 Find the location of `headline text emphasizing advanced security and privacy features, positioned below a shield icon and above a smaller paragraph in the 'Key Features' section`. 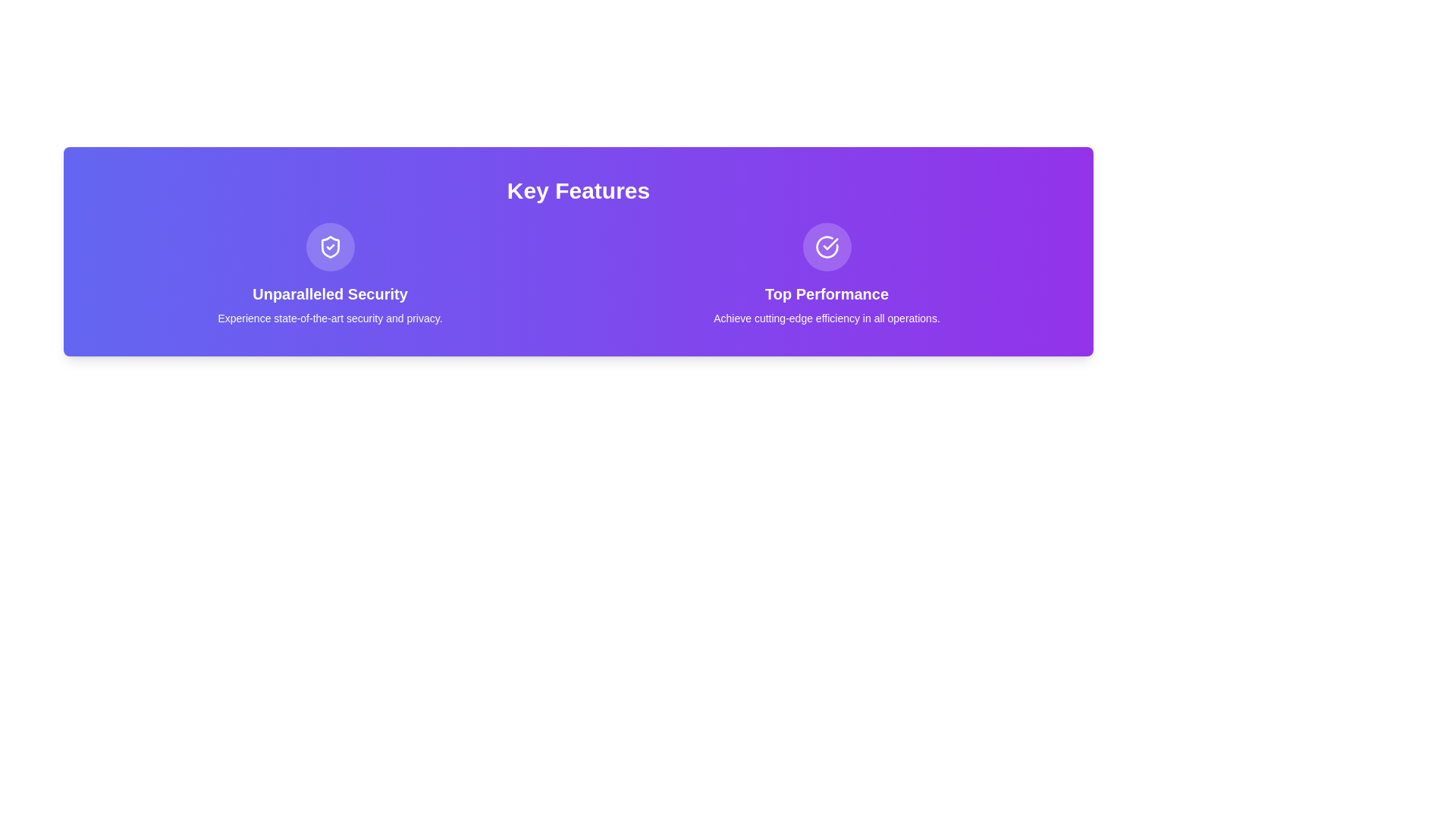

headline text emphasizing advanced security and privacy features, positioned below a shield icon and above a smaller paragraph in the 'Key Features' section is located at coordinates (329, 294).